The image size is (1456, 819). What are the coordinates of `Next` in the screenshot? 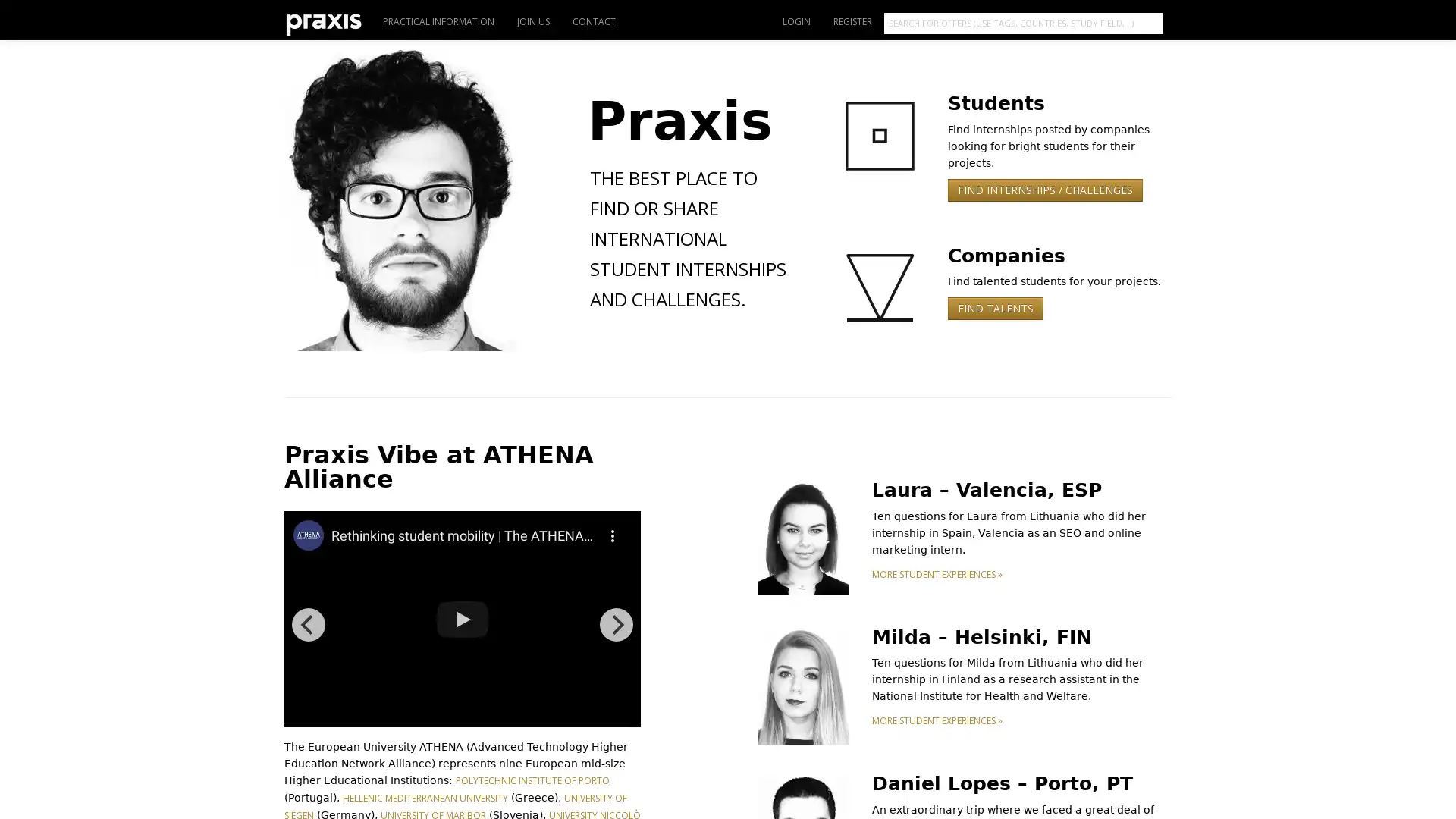 It's located at (616, 625).